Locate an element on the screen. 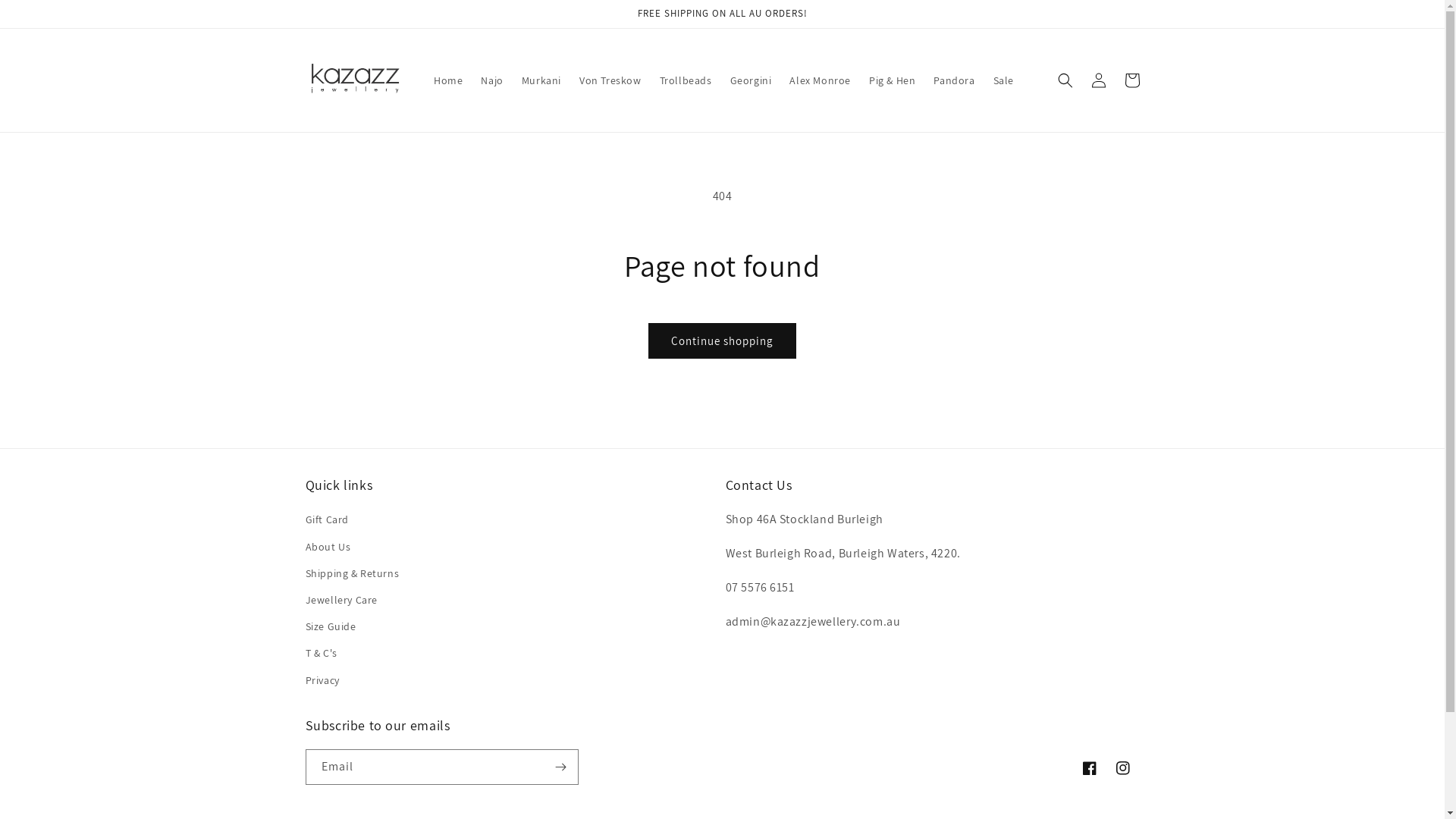 This screenshot has width=1456, height=819. 'Trollbeads' is located at coordinates (651, 80).